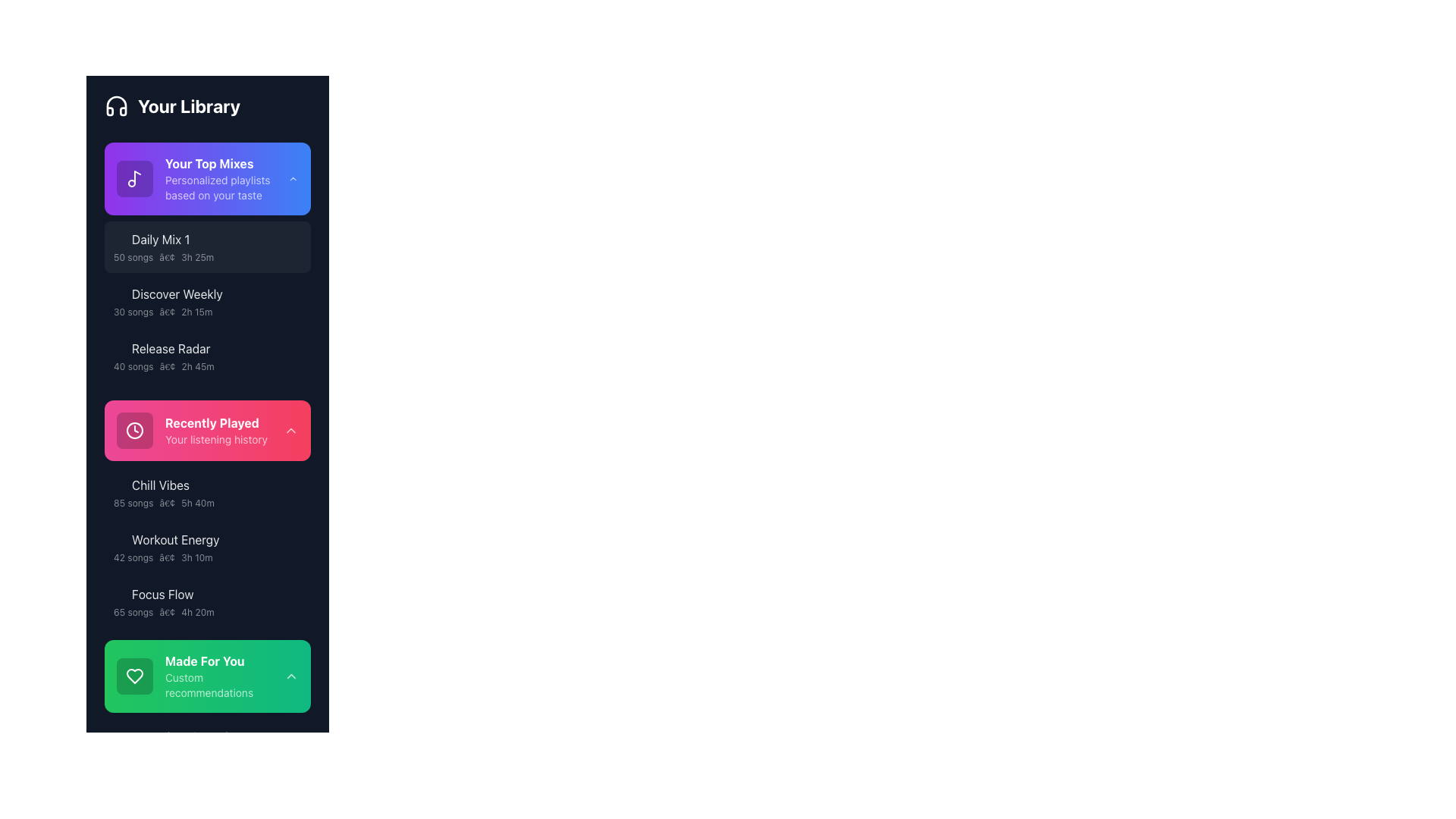 The width and height of the screenshot is (1456, 819). I want to click on the 'Workout Energy' button in the list under 'Your Library', so click(206, 547).